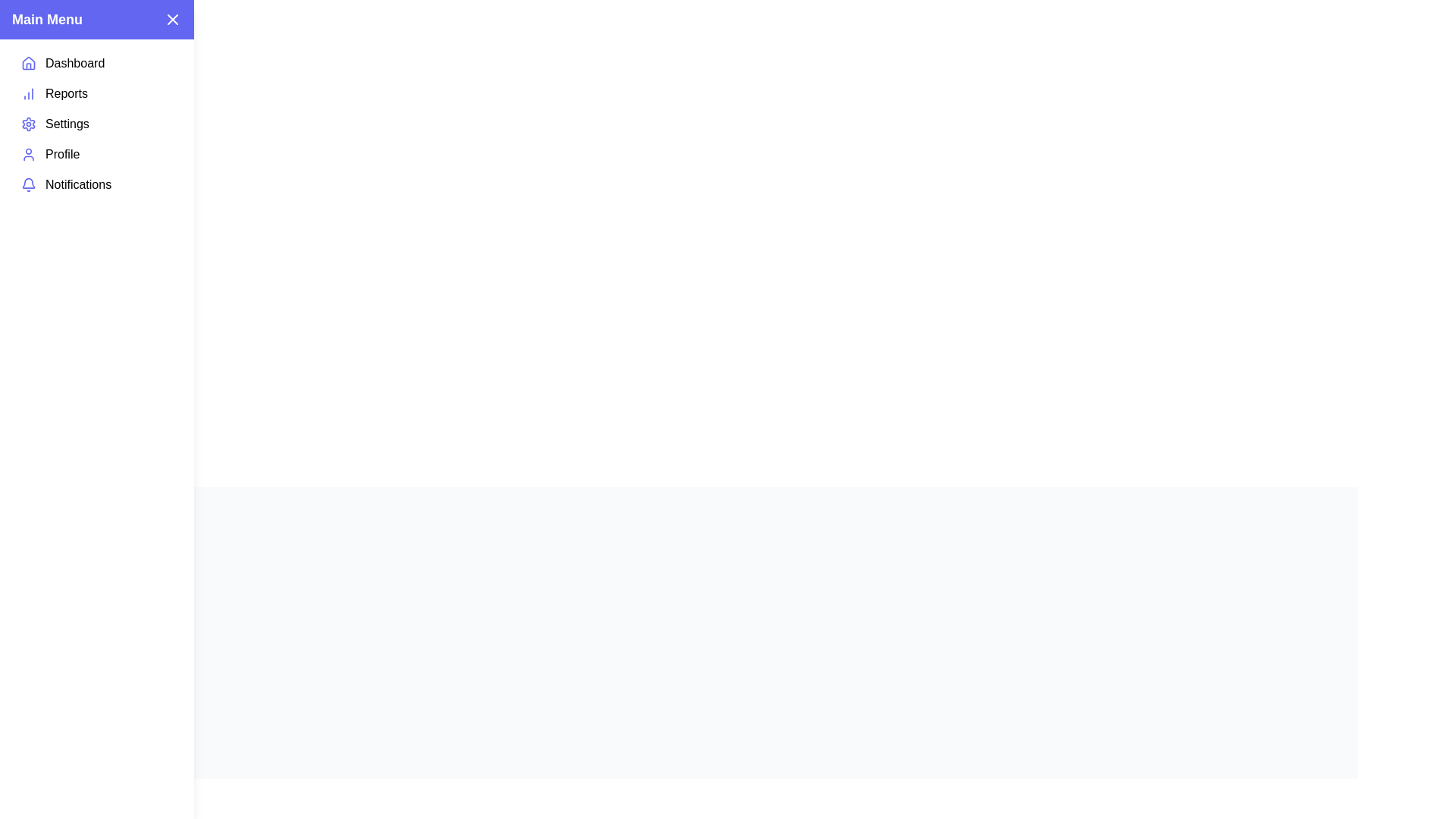 This screenshot has width=1456, height=819. What do you see at coordinates (96, 63) in the screenshot?
I see `the first menu item in the navigation sidebar, located beneath the 'Main Menu' header` at bounding box center [96, 63].